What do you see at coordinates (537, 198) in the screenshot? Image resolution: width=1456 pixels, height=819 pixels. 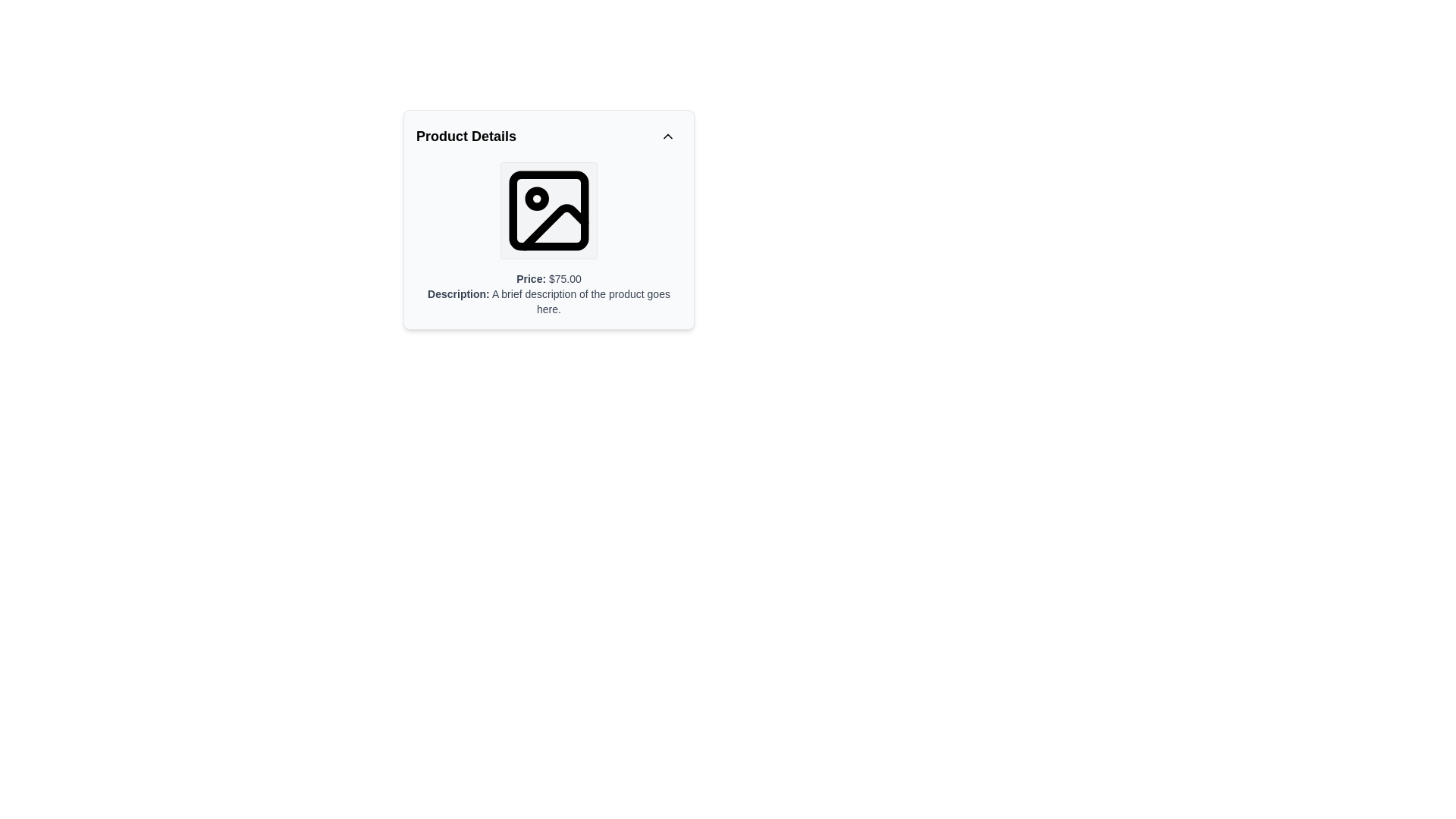 I see `the decorative graphical circle element located at the upper center of the 'Product Details' panel, which serves as an indicator within the context of the image representation` at bounding box center [537, 198].